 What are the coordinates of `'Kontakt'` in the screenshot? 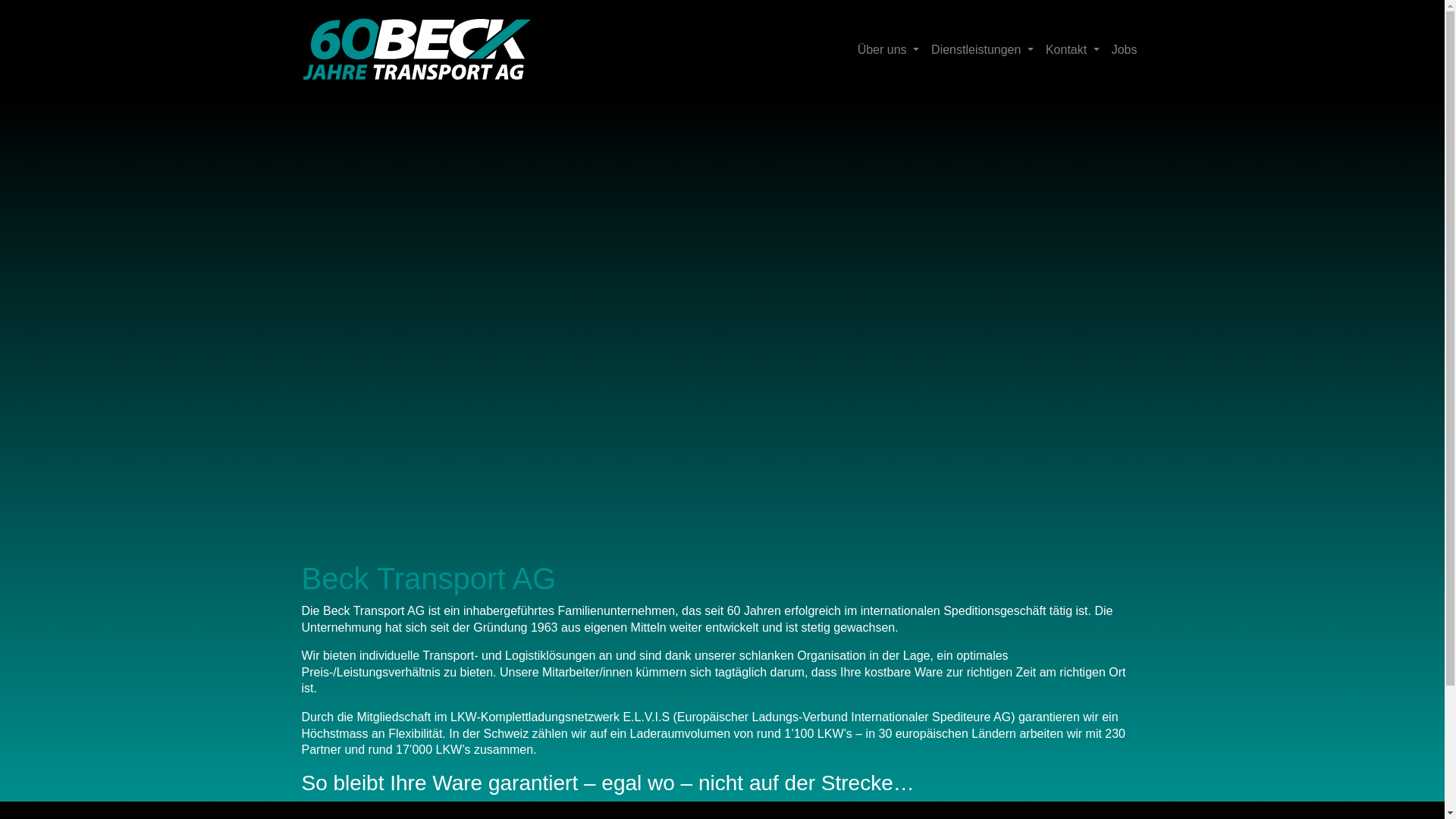 It's located at (1072, 49).